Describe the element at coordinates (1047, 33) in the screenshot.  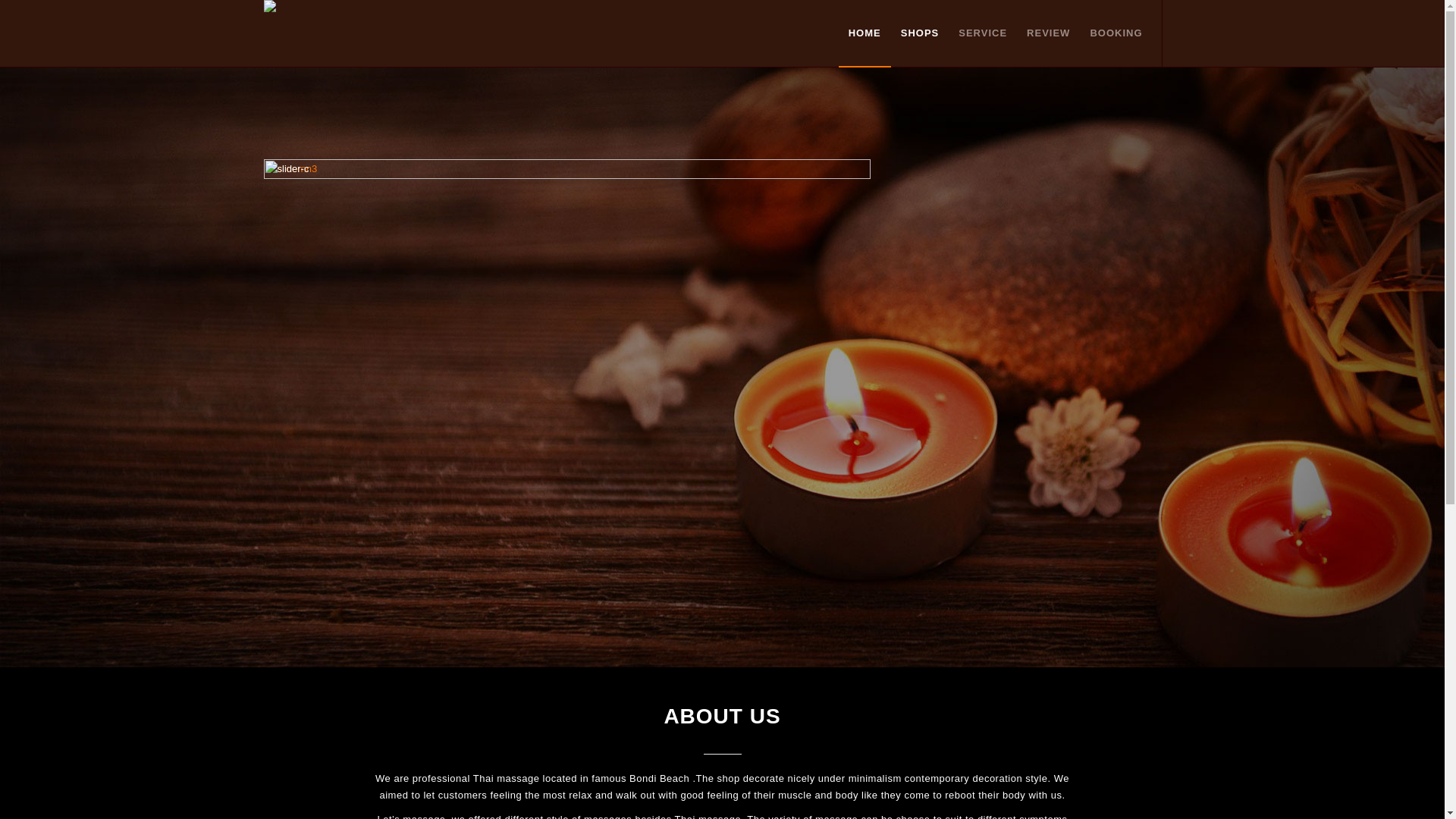
I see `'REVIEW'` at that location.